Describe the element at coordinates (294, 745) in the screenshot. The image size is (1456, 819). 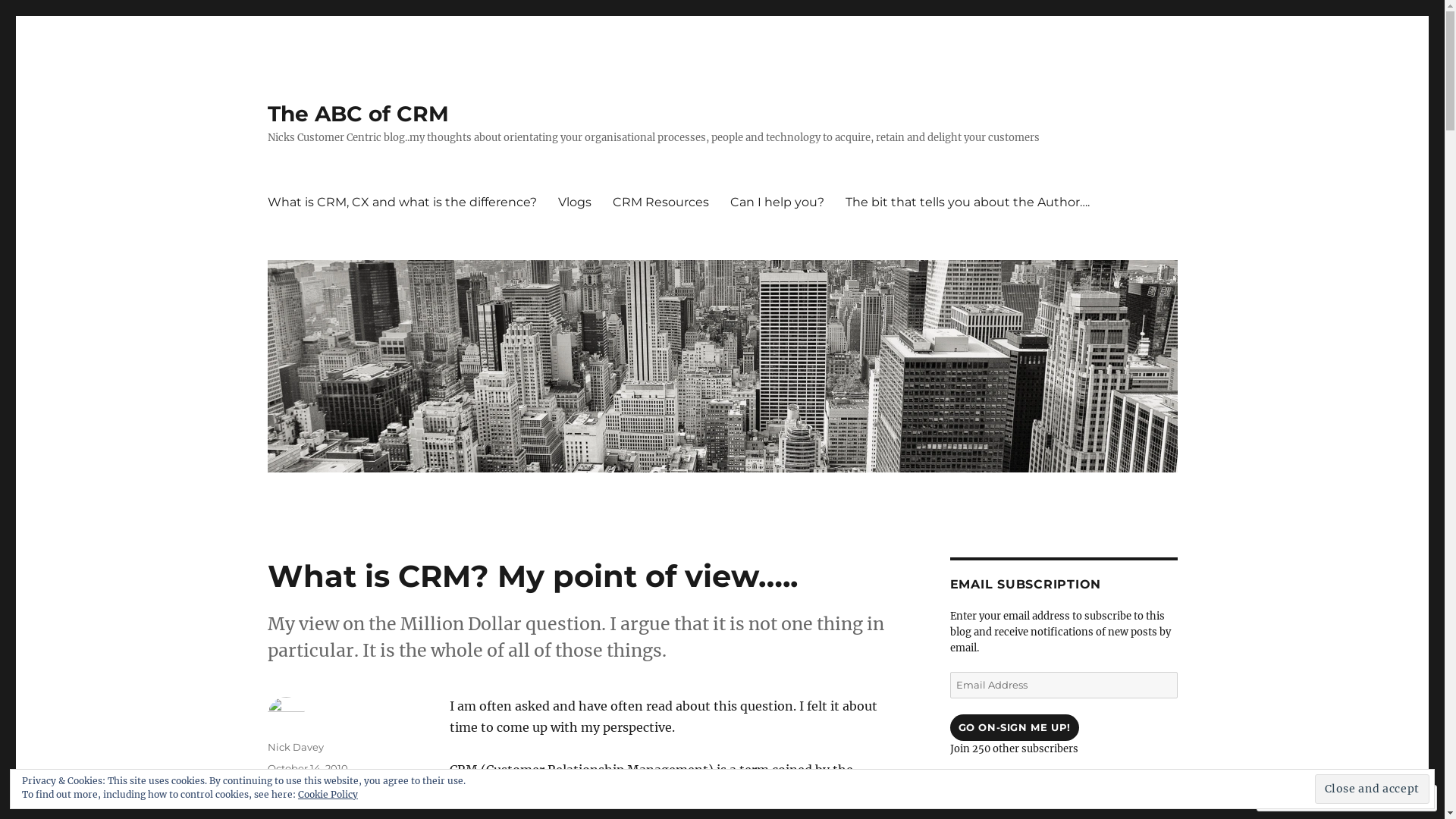
I see `'Nick Davey'` at that location.